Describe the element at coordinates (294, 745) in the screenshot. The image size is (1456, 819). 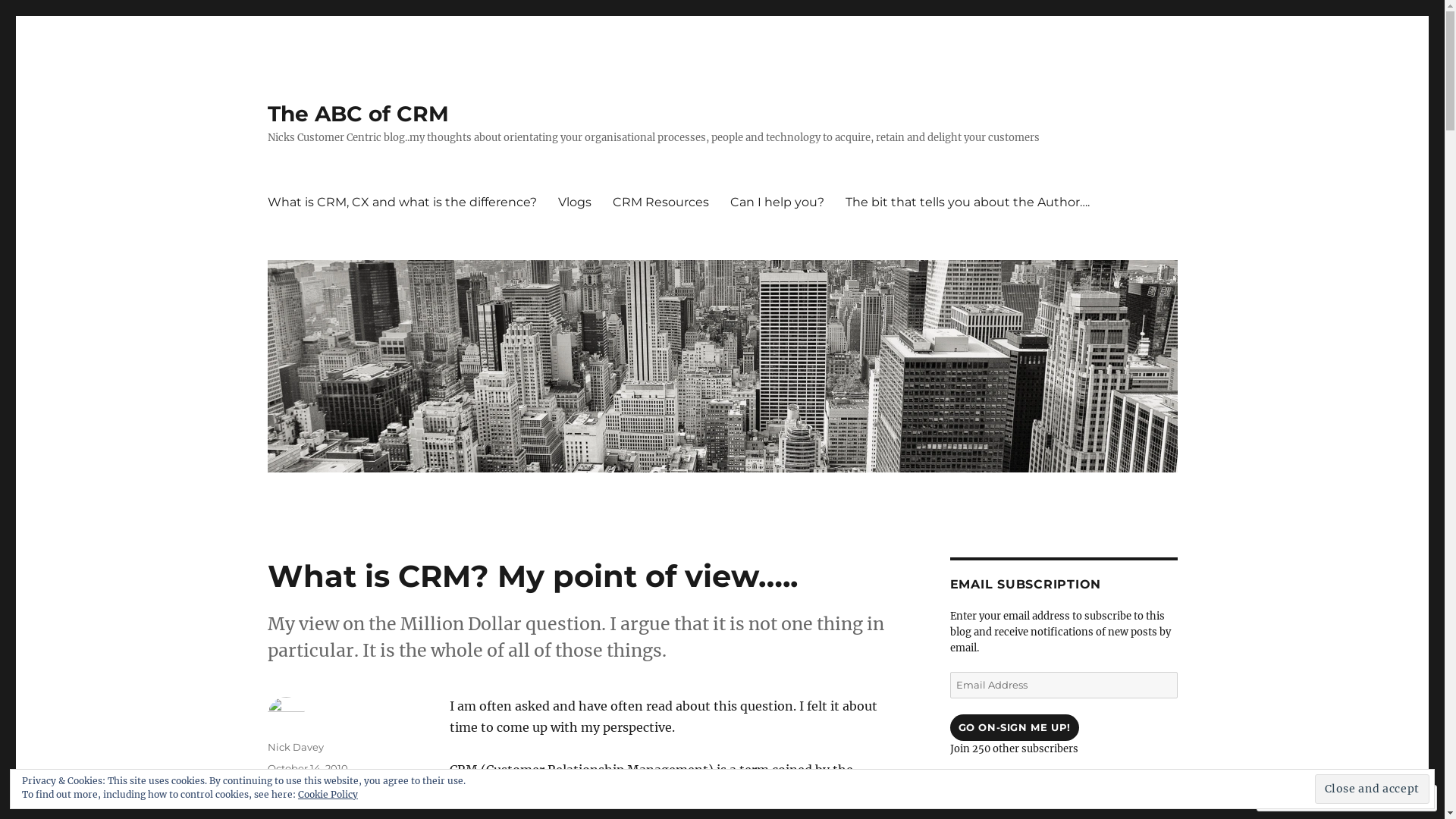
I see `'Nick Davey'` at that location.